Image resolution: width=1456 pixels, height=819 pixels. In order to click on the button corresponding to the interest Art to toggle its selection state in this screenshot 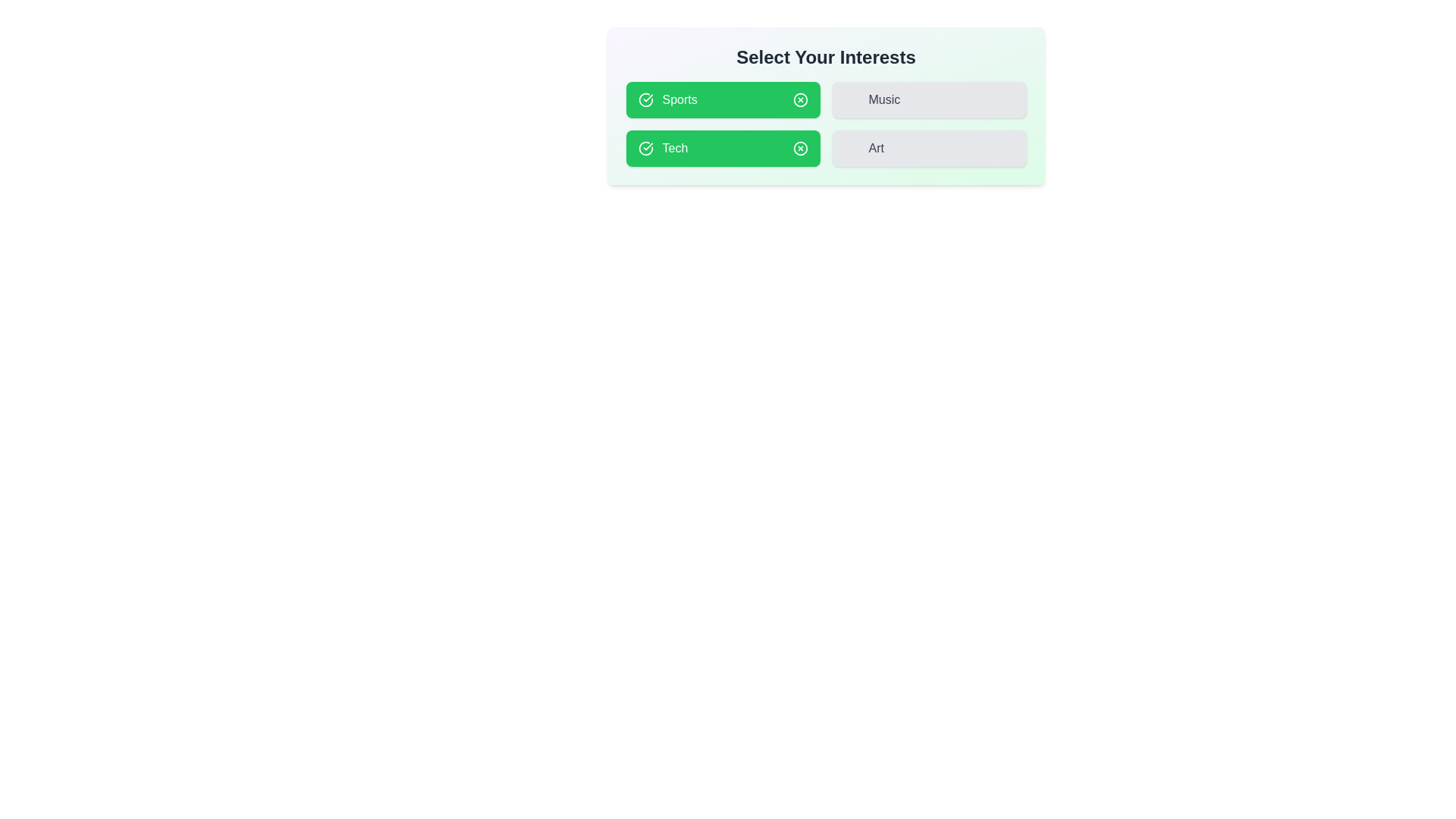, I will do `click(928, 149)`.